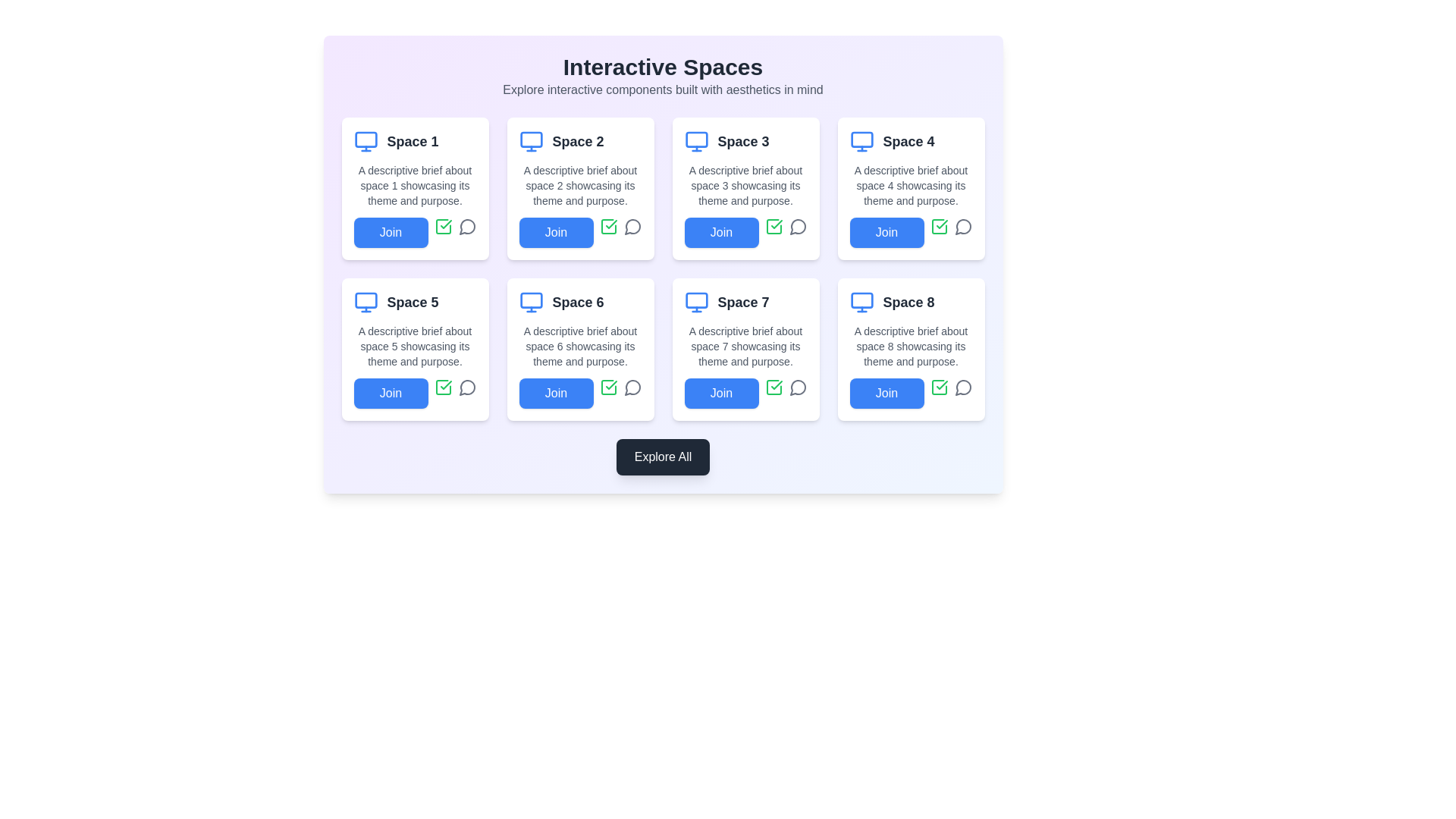  I want to click on the informational text description summarizing the theme and purpose of 'Space 2', which is the second item in a grid of cards, positioned above the 'Join' button, so click(579, 185).